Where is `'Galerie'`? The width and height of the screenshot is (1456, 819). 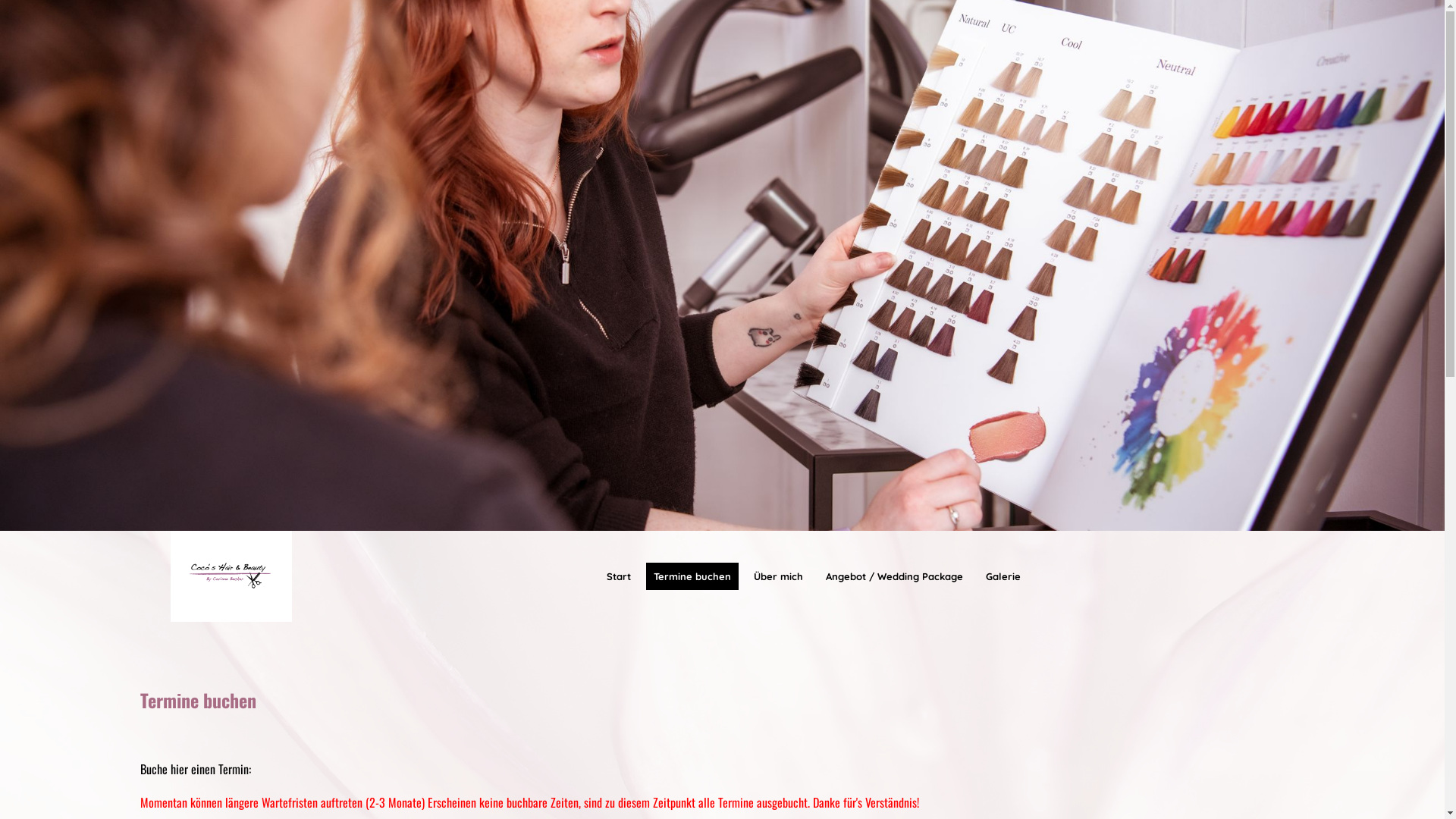 'Galerie' is located at coordinates (1003, 576).